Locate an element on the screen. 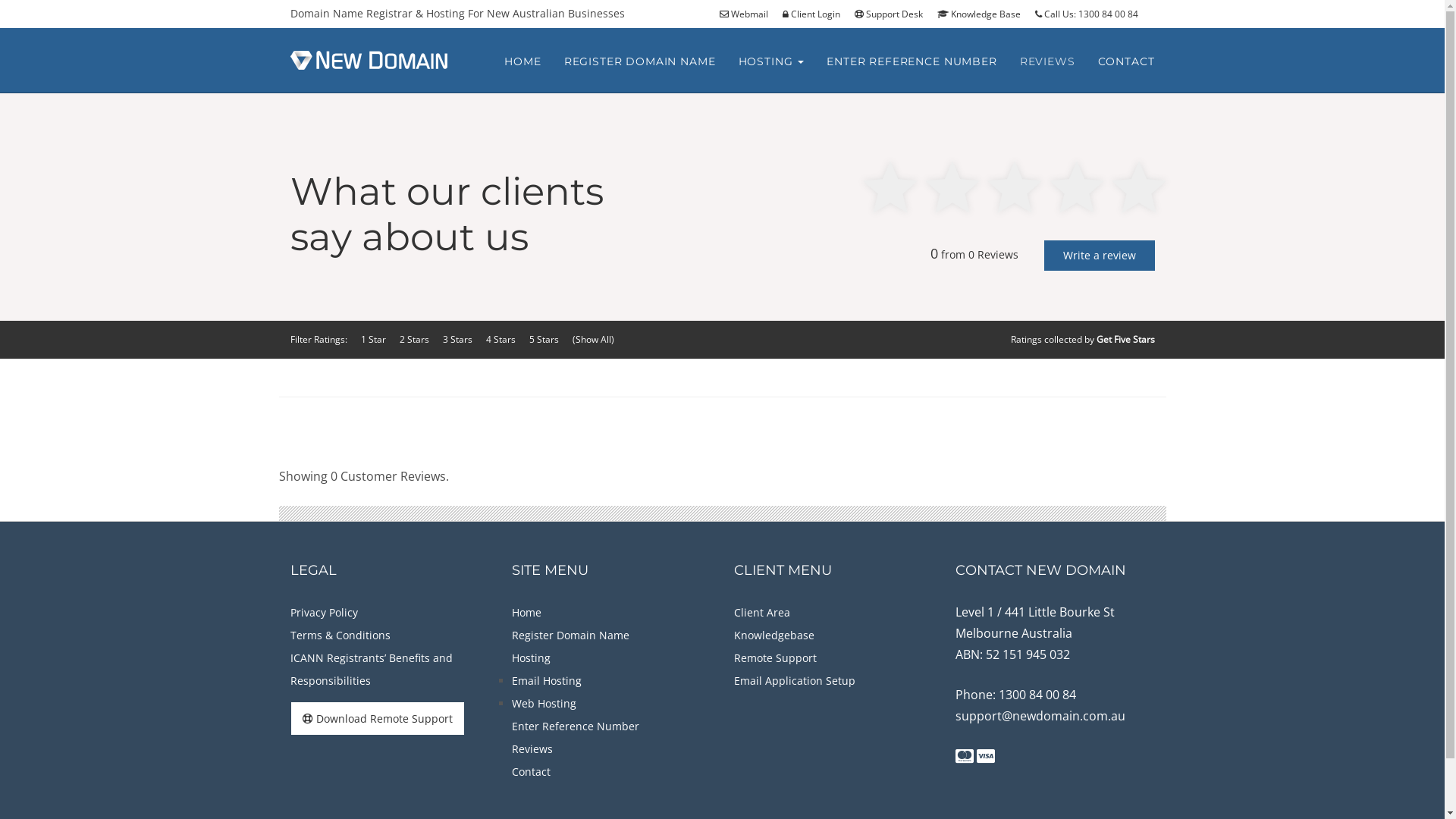  '2 Stars' is located at coordinates (413, 338).